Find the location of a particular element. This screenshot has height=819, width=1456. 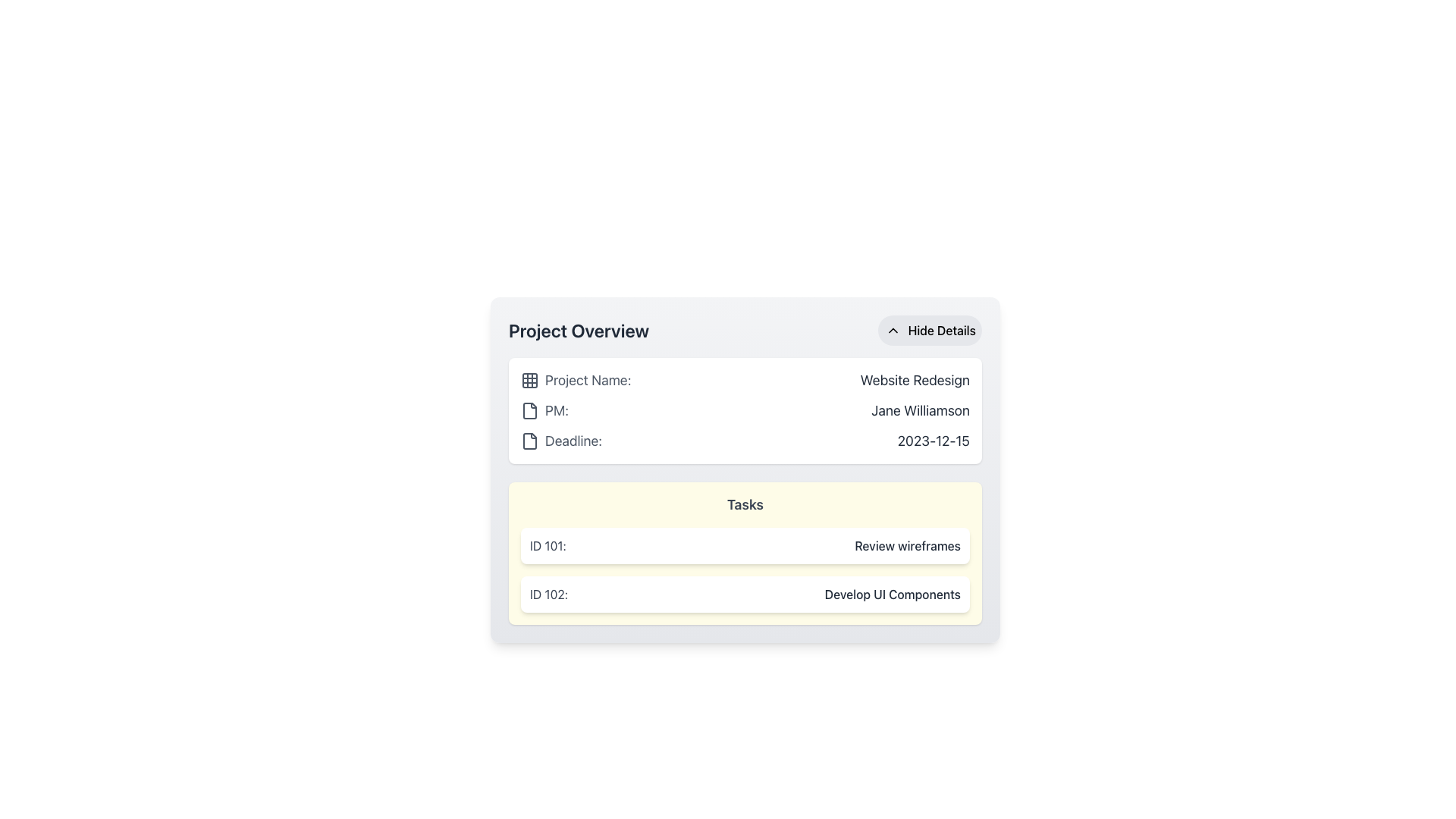

the Text Label that indicates the identifier of a specific task, located in the 'Tasks' section under the 'Project Overview' heading, positioned to the left of the task name is located at coordinates (548, 593).